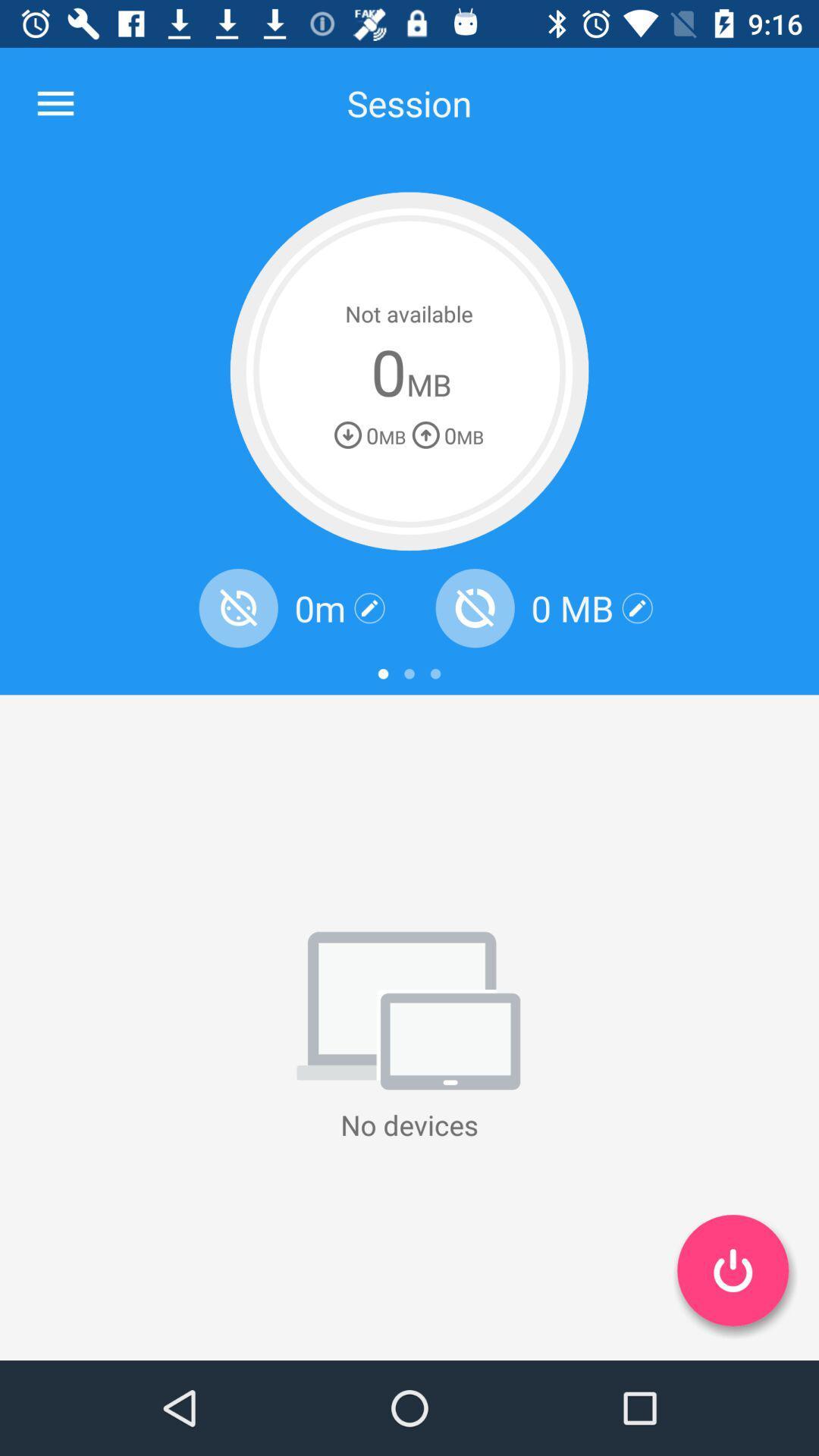 The width and height of the screenshot is (819, 1456). What do you see at coordinates (637, 608) in the screenshot?
I see `edit mb limit` at bounding box center [637, 608].